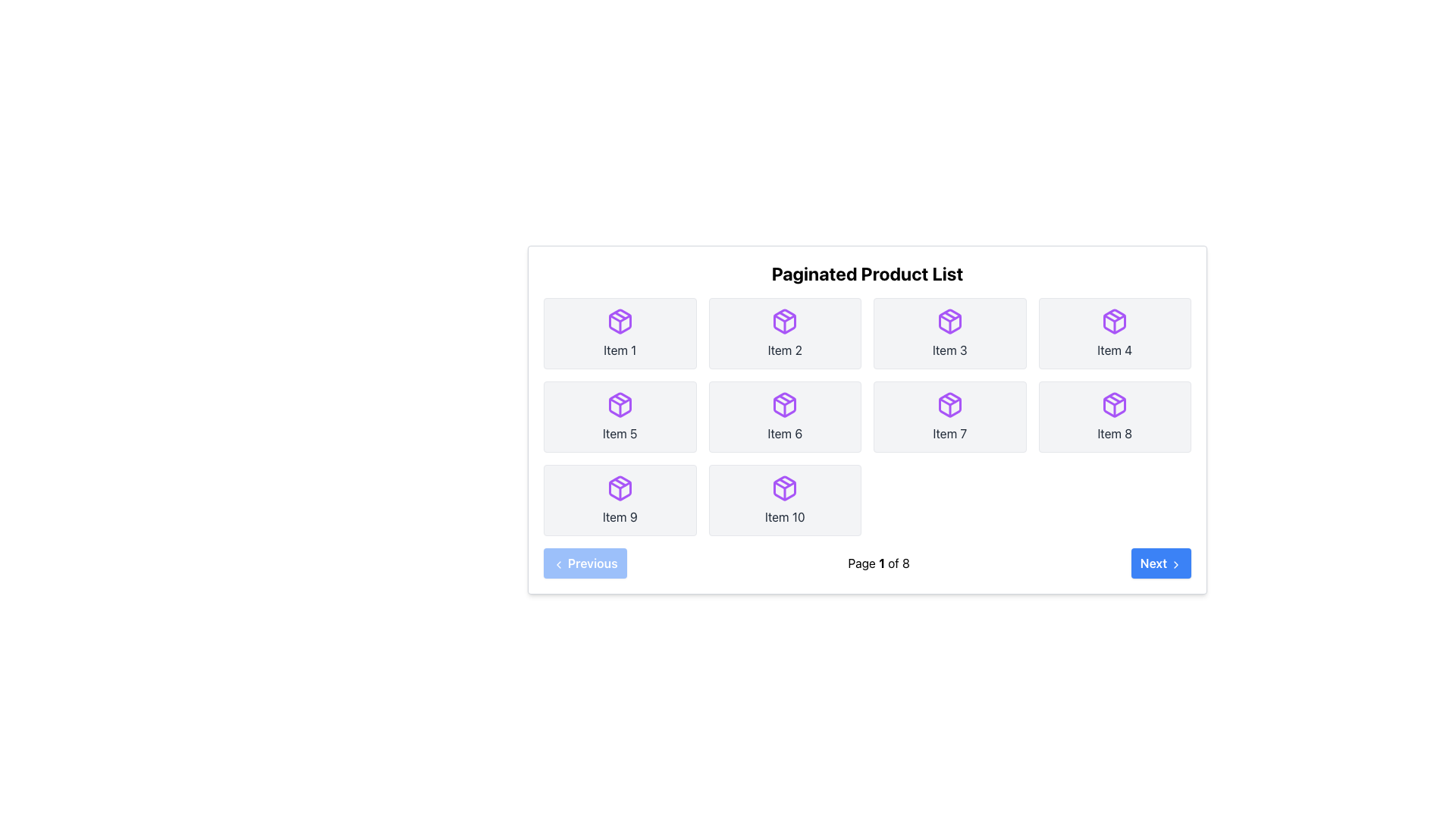  Describe the element at coordinates (1115, 321) in the screenshot. I see `the purple package icon that is the fourth item in the first row of the grid layout, labeled 'Item 4'` at that location.